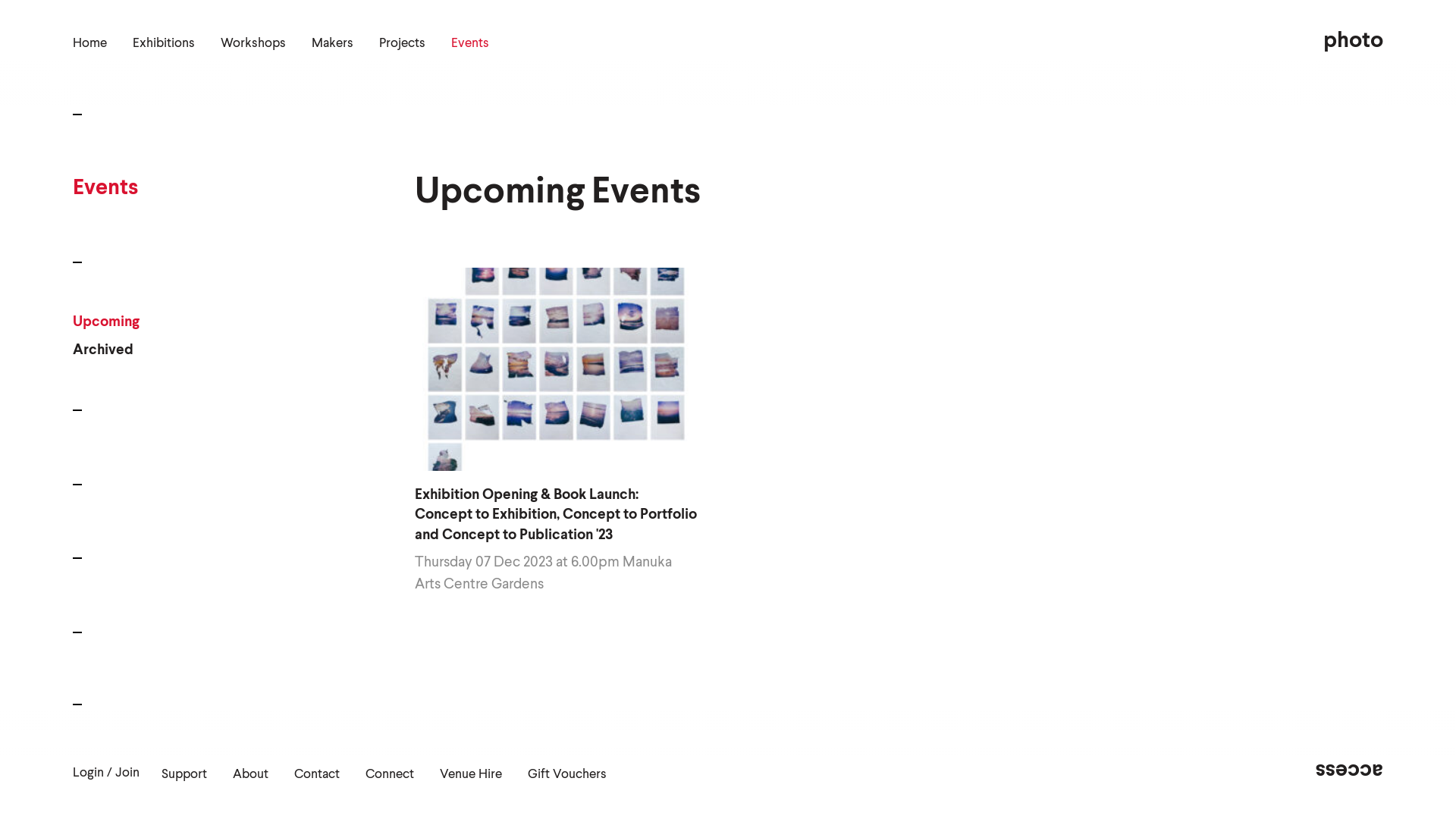 The image size is (1456, 819). Describe the element at coordinates (105, 350) in the screenshot. I see `'Archived'` at that location.